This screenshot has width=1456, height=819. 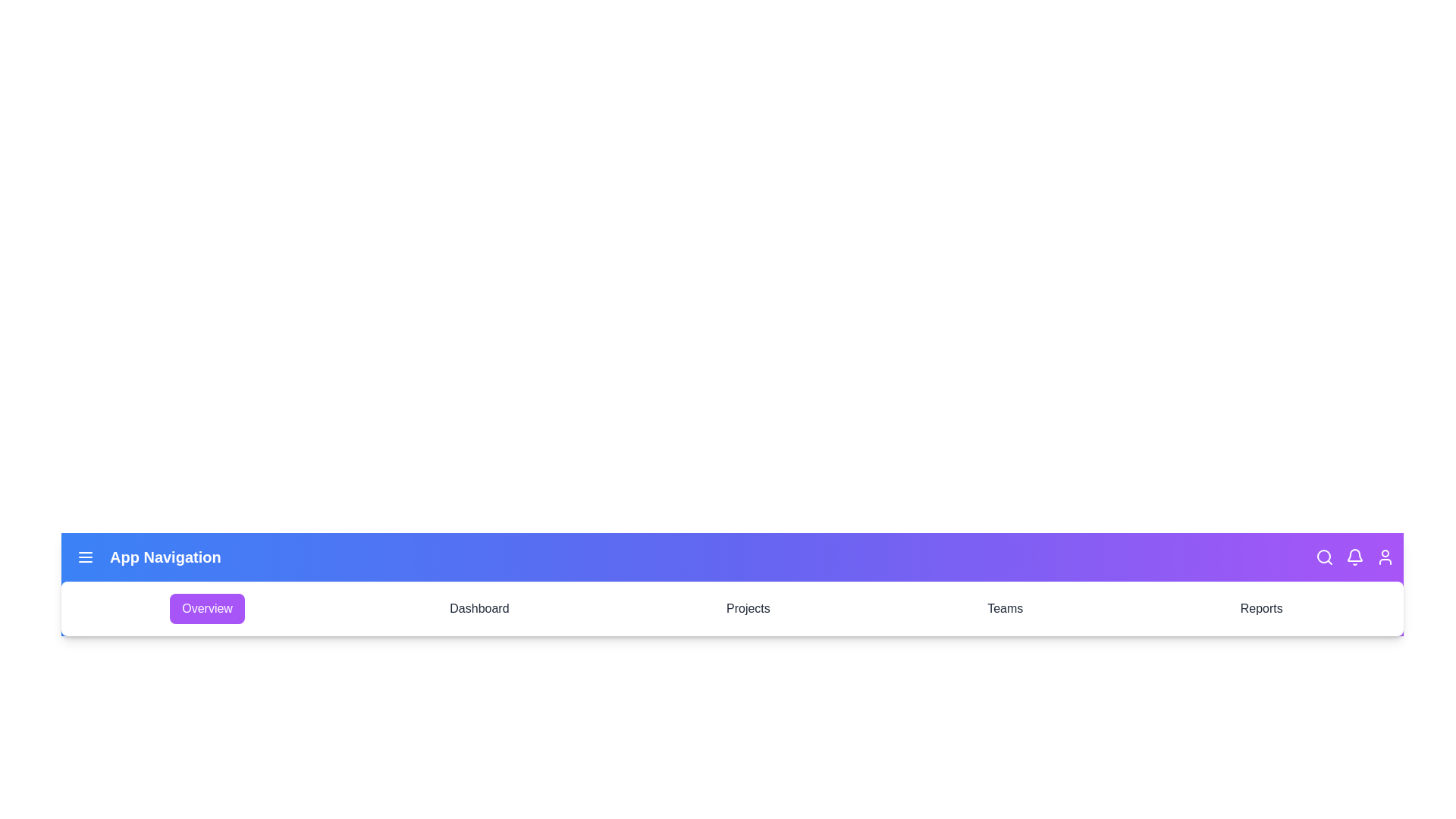 I want to click on the Projects tab to navigate to it, so click(x=748, y=607).